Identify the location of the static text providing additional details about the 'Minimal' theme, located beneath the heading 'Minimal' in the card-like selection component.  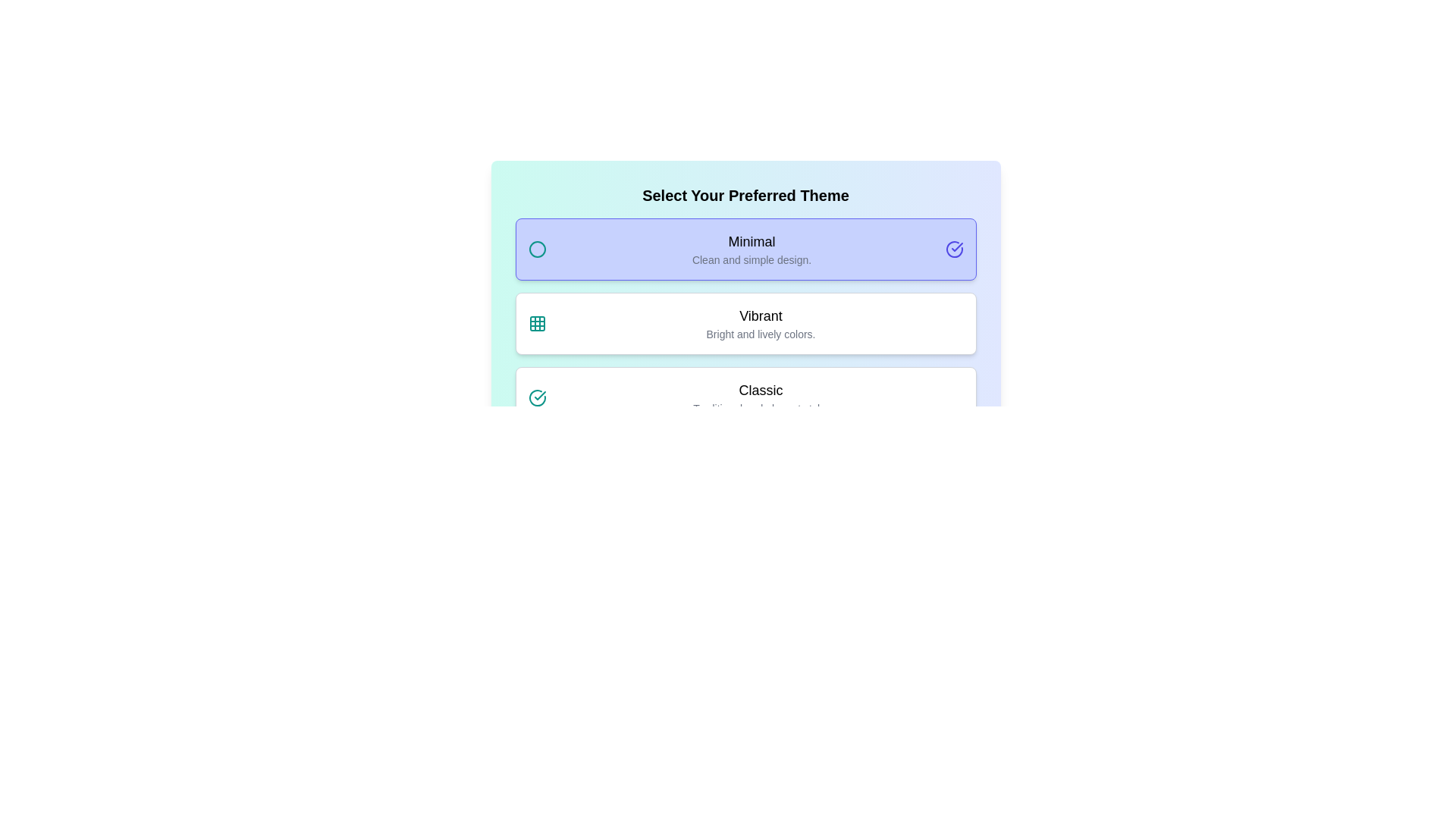
(752, 259).